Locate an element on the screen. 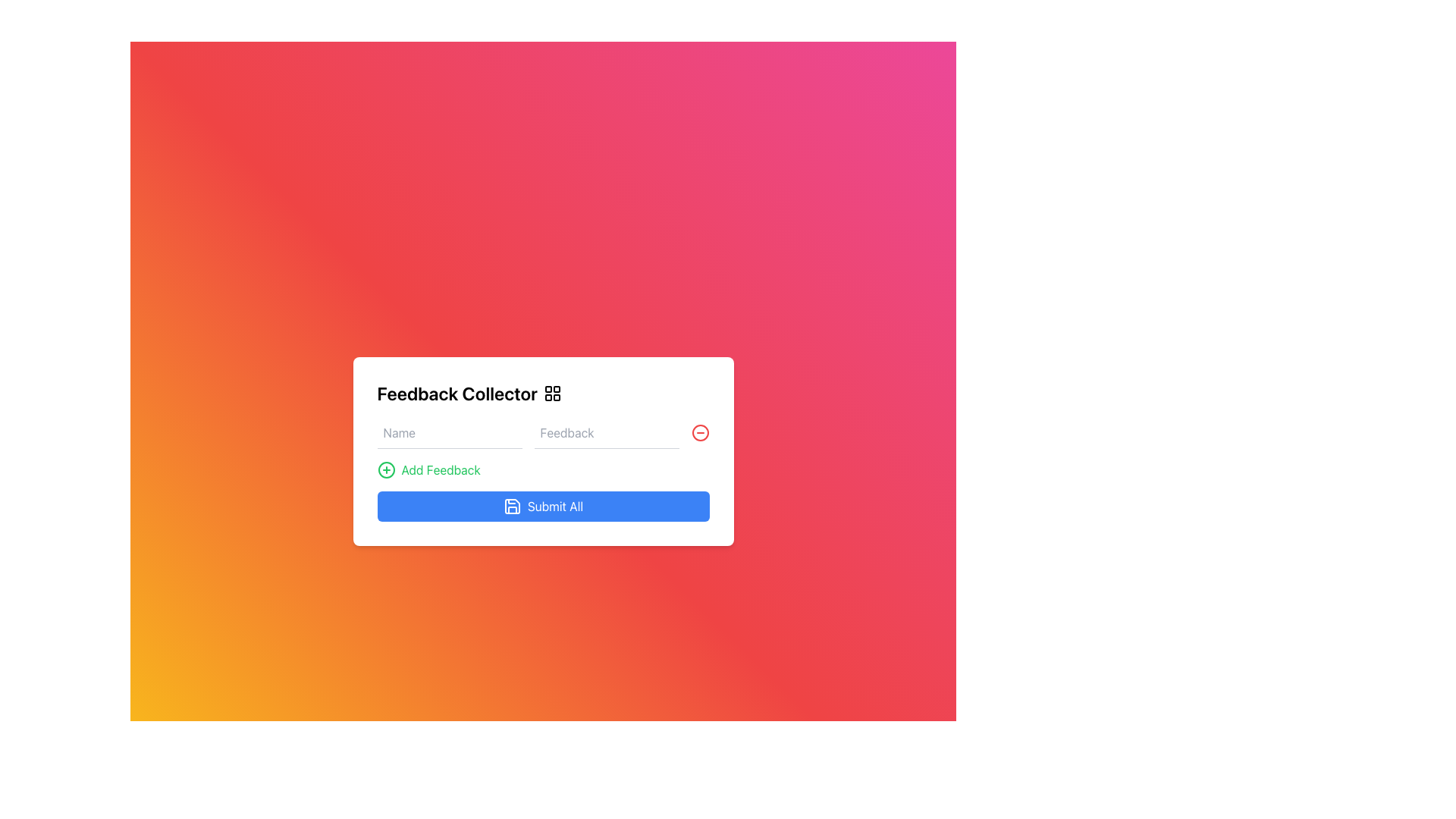 The width and height of the screenshot is (1456, 819). the circular reset button located in the Form Input Group of the feedback form, positioned above the 'Add Feedback' button and below the header text 'Feedback Collector' is located at coordinates (543, 432).